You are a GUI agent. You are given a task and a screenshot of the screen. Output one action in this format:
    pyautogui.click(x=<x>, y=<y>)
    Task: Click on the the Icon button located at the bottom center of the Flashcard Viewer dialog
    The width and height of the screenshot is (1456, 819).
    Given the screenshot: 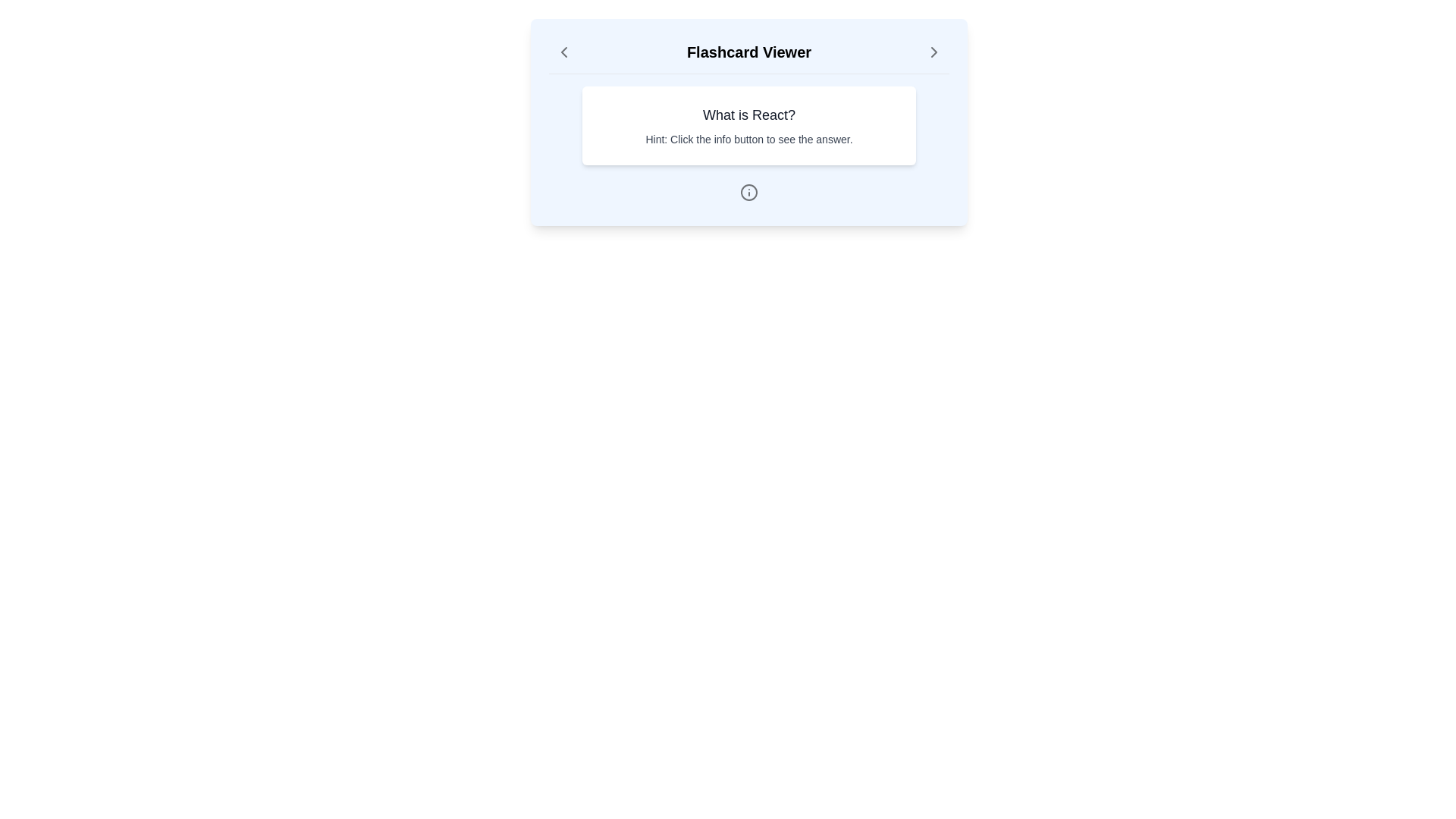 What is the action you would take?
    pyautogui.click(x=749, y=192)
    